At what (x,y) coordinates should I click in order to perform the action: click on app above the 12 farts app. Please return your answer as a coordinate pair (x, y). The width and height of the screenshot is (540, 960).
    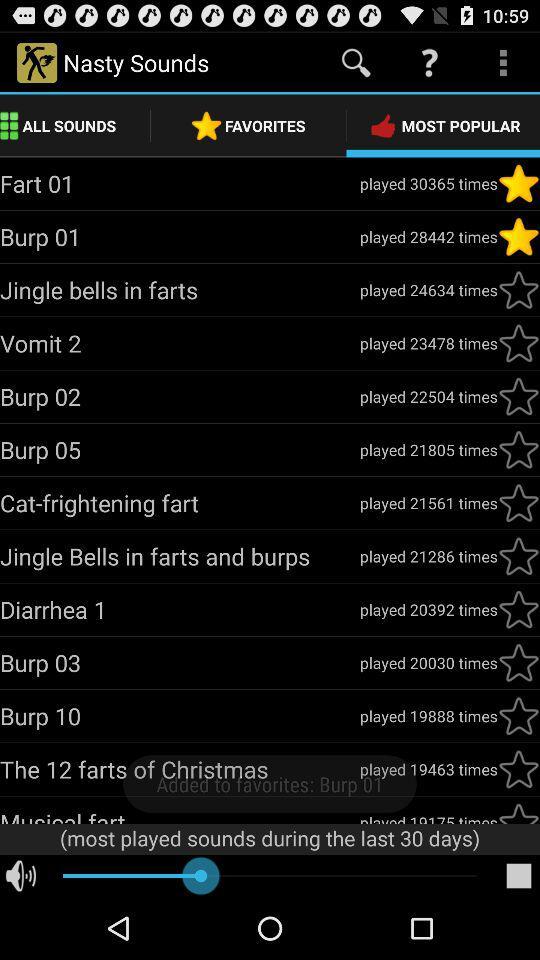
    Looking at the image, I should click on (179, 716).